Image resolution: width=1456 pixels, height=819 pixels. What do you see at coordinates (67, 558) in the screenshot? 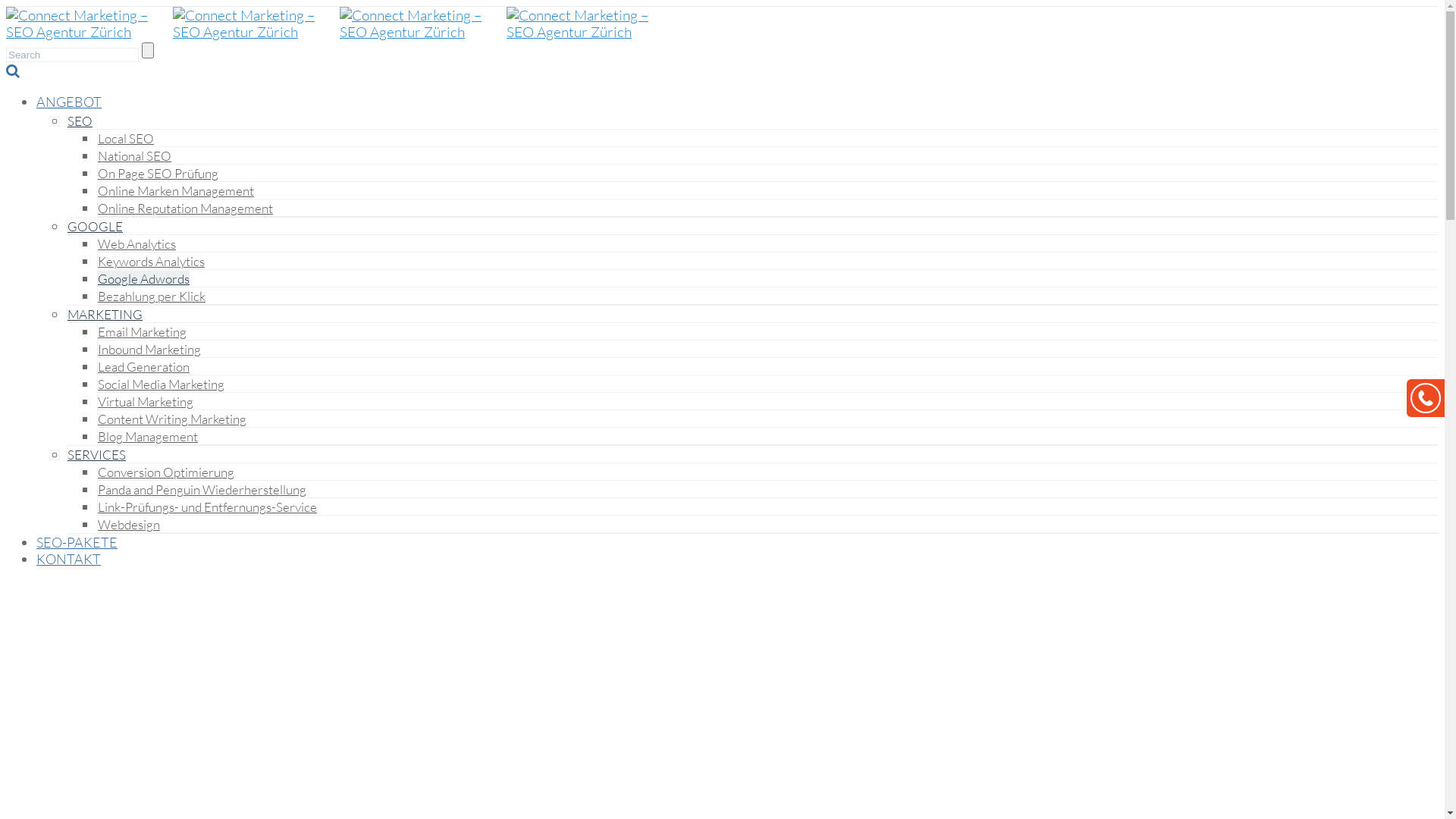
I see `'KONTAKT'` at bounding box center [67, 558].